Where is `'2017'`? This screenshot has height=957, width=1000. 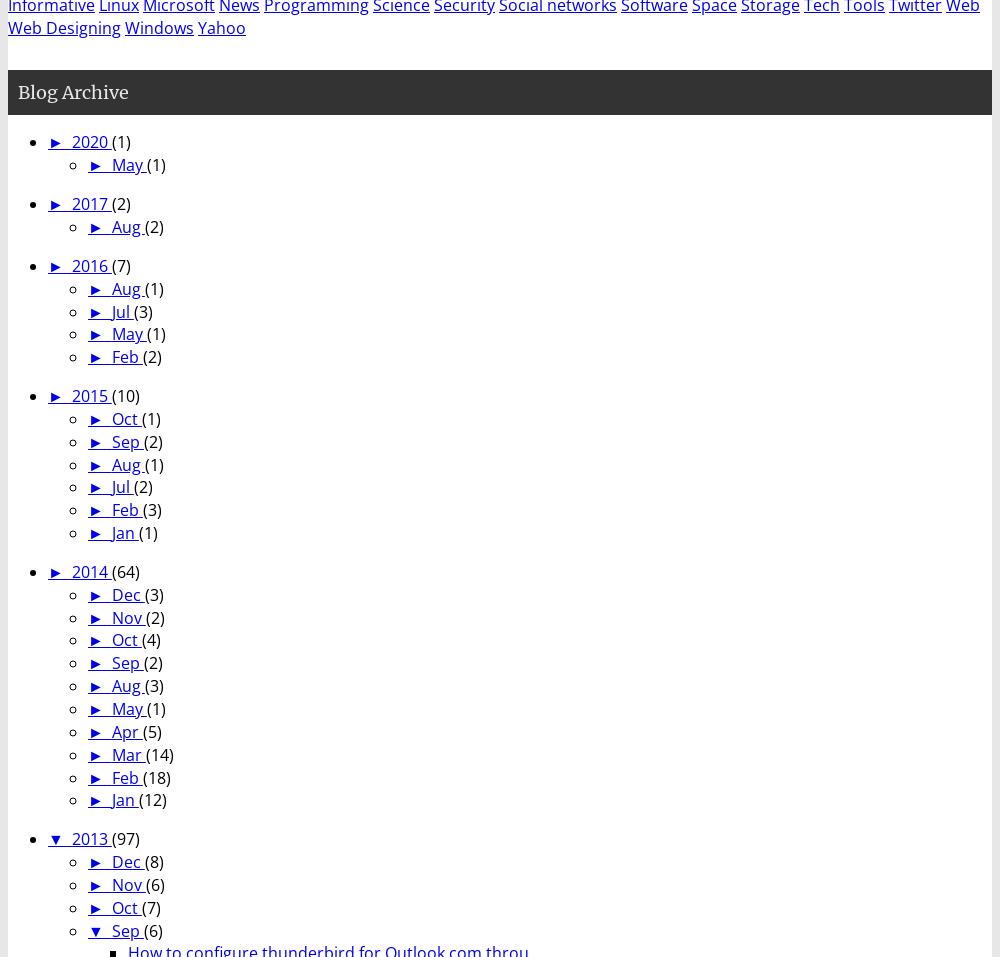
'2017' is located at coordinates (70, 203).